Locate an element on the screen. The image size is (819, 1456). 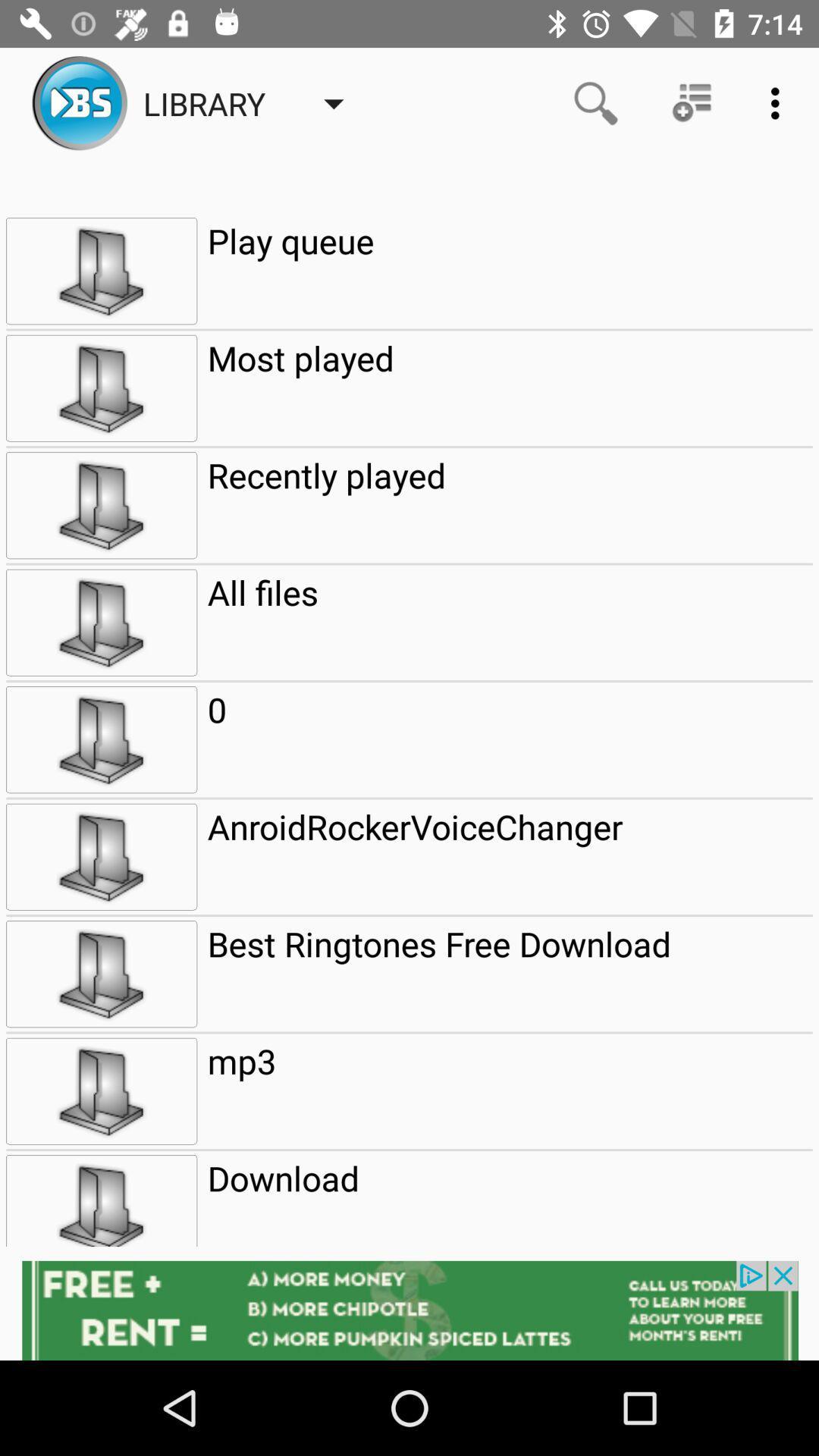
advertisemend is located at coordinates (409, 1310).